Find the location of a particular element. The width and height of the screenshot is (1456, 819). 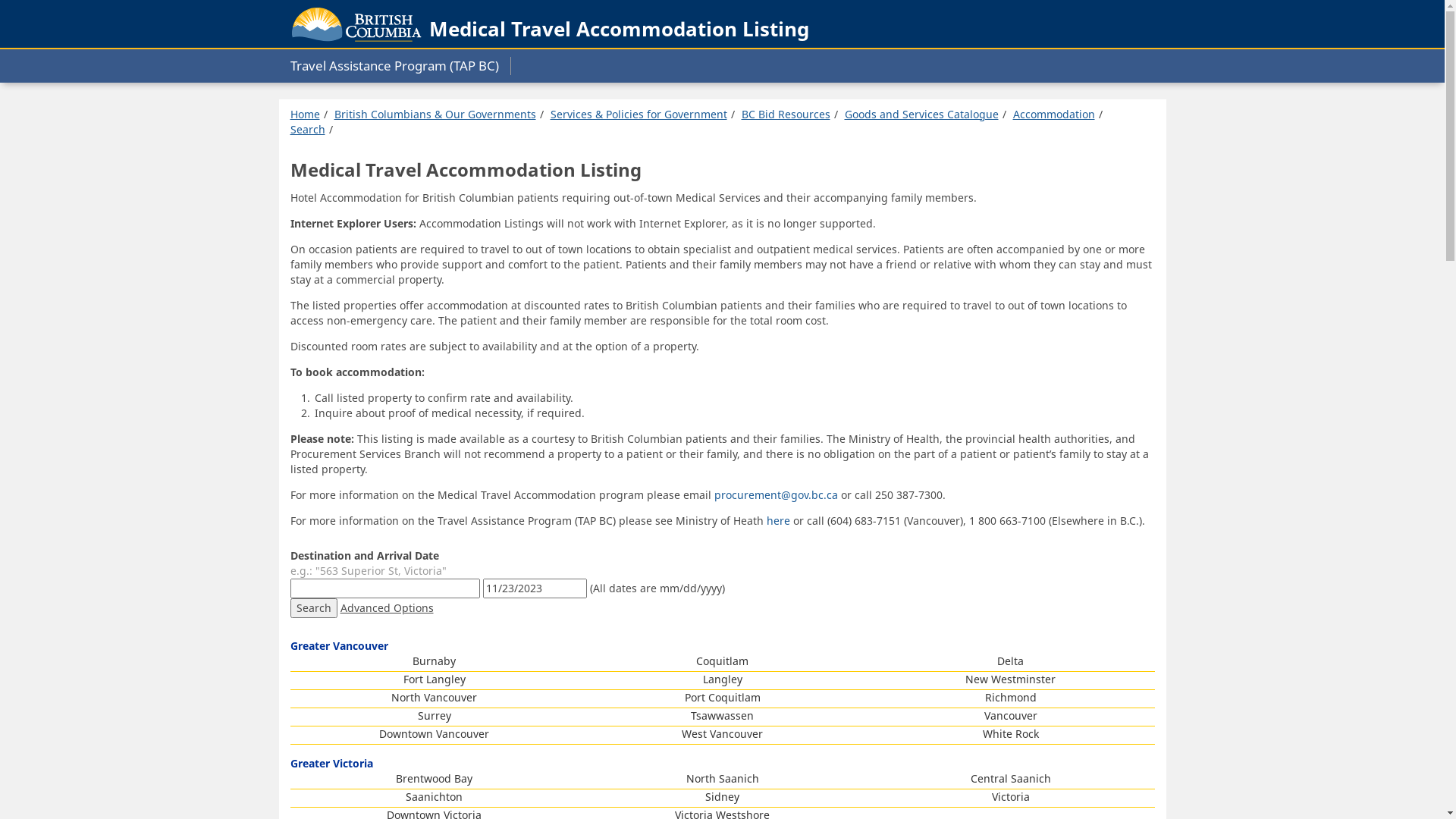

'Coquitlam' is located at coordinates (721, 660).